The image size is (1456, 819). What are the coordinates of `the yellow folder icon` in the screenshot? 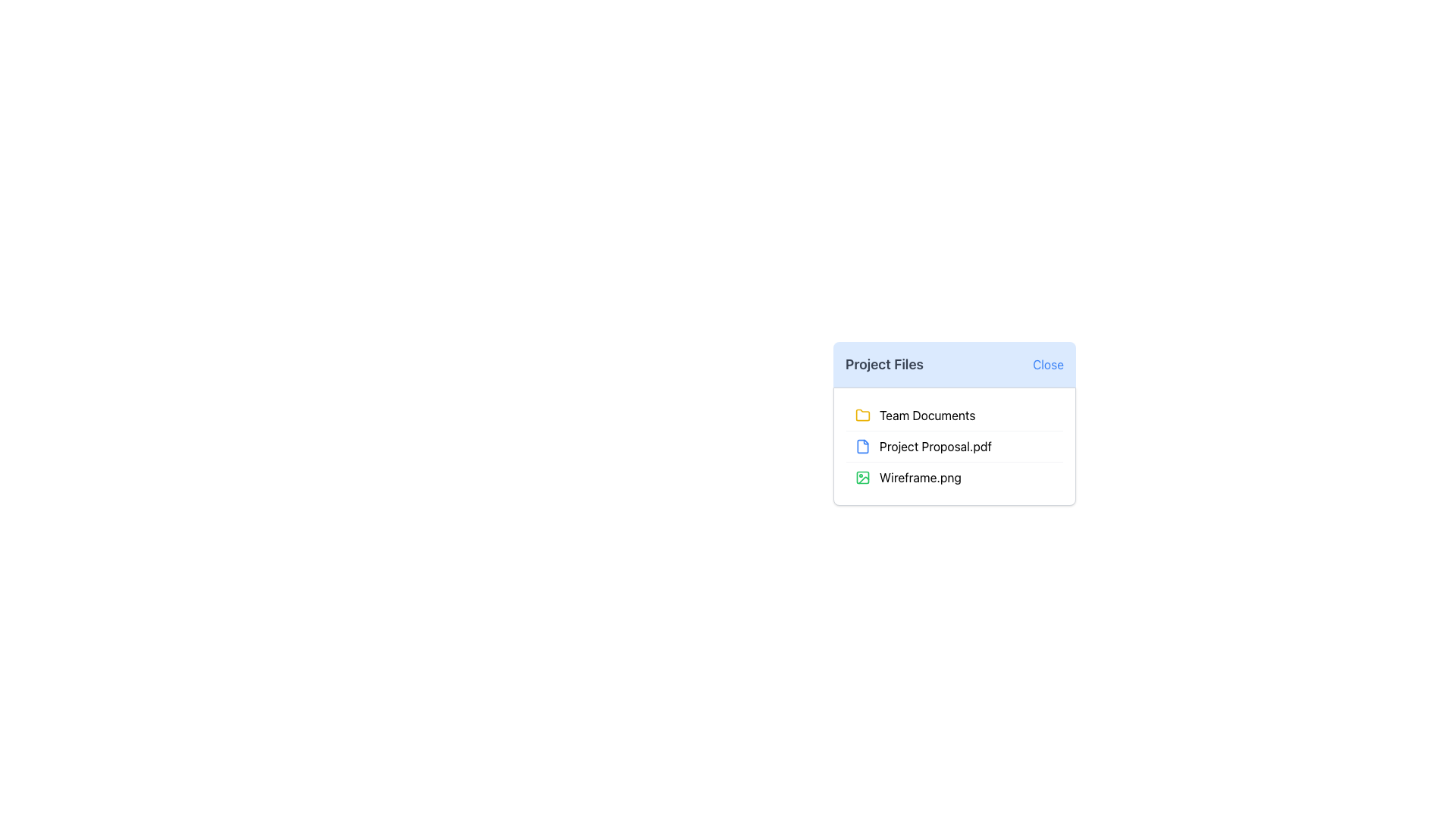 It's located at (862, 415).